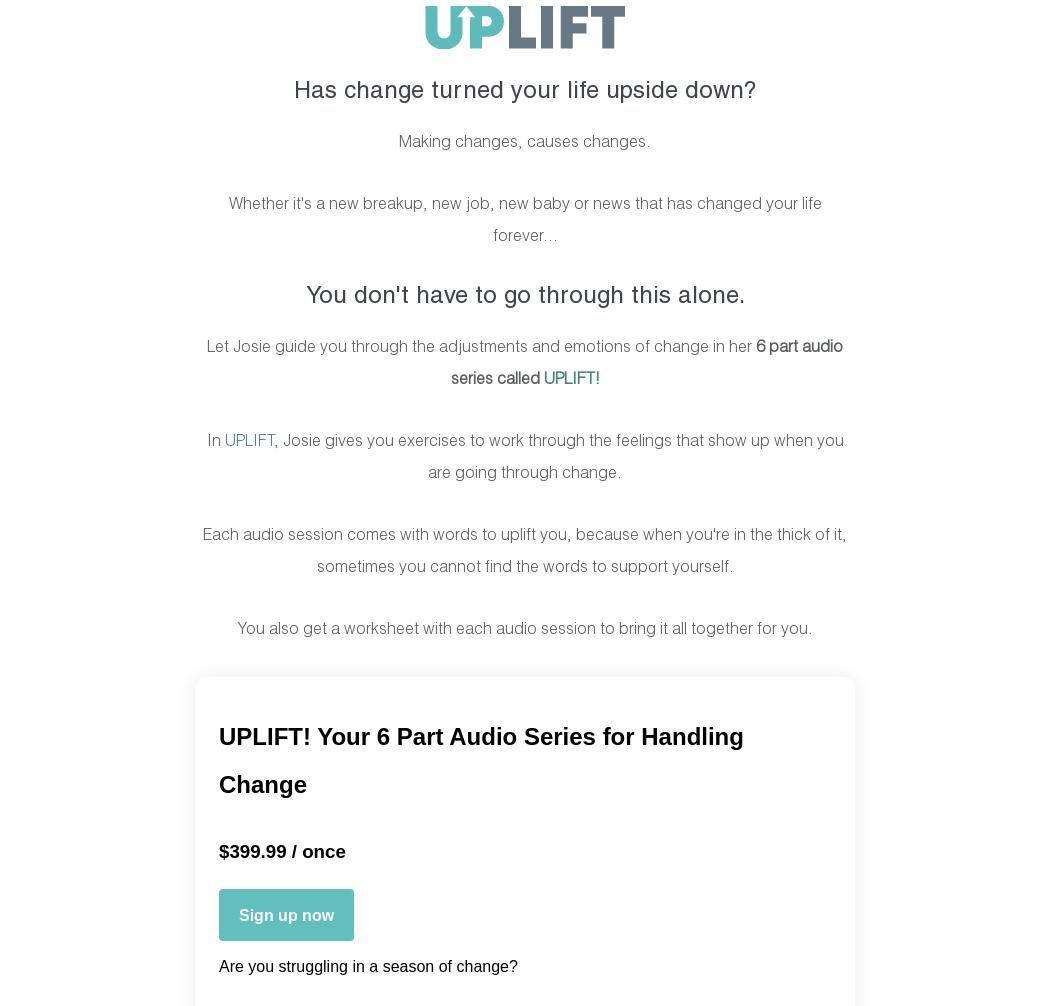 This screenshot has height=1006, width=1050. Describe the element at coordinates (250, 441) in the screenshot. I see `'UPLIFT,'` at that location.